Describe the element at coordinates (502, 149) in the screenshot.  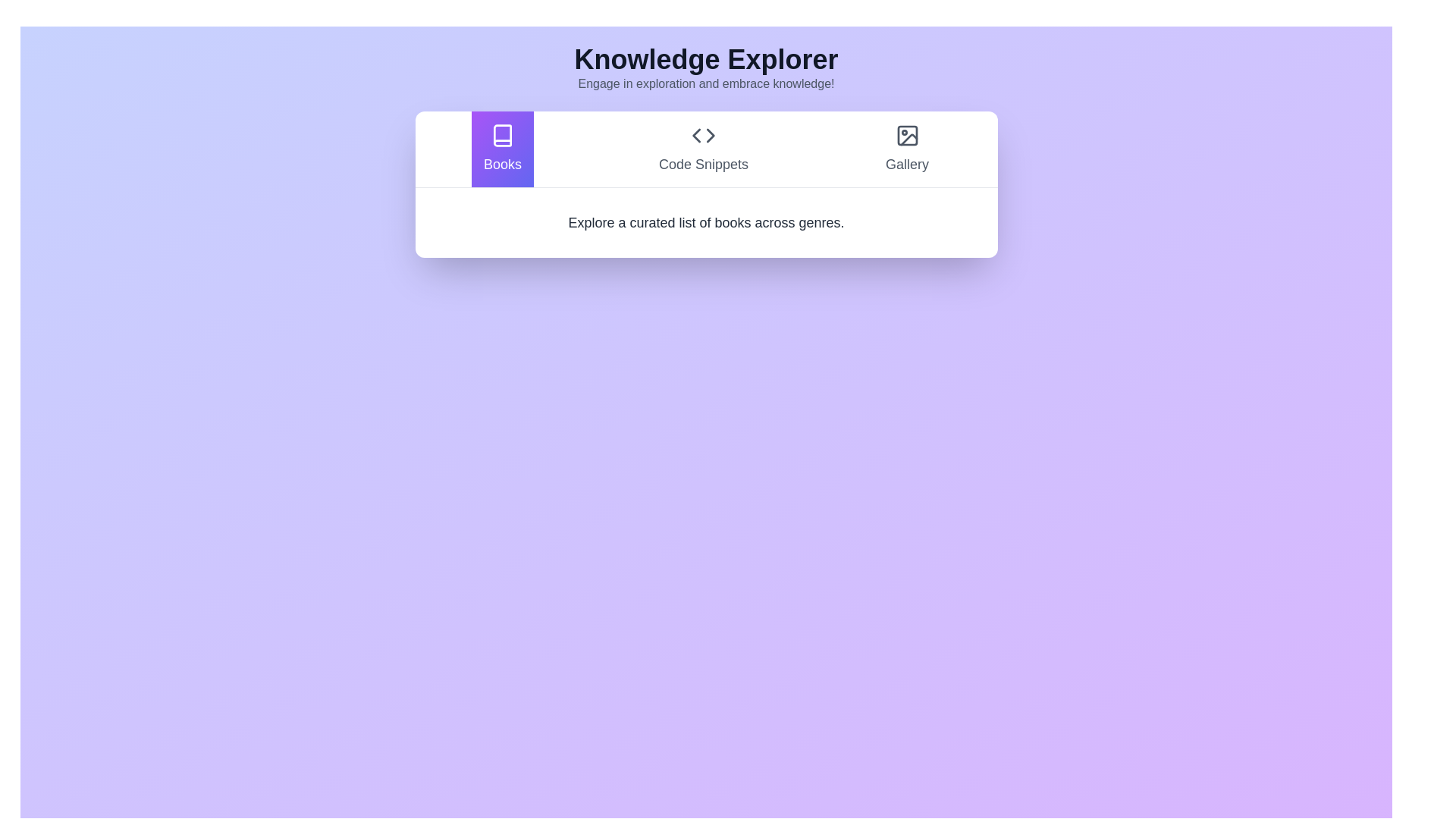
I see `the tab labeled Books to observe its visual feedback` at that location.